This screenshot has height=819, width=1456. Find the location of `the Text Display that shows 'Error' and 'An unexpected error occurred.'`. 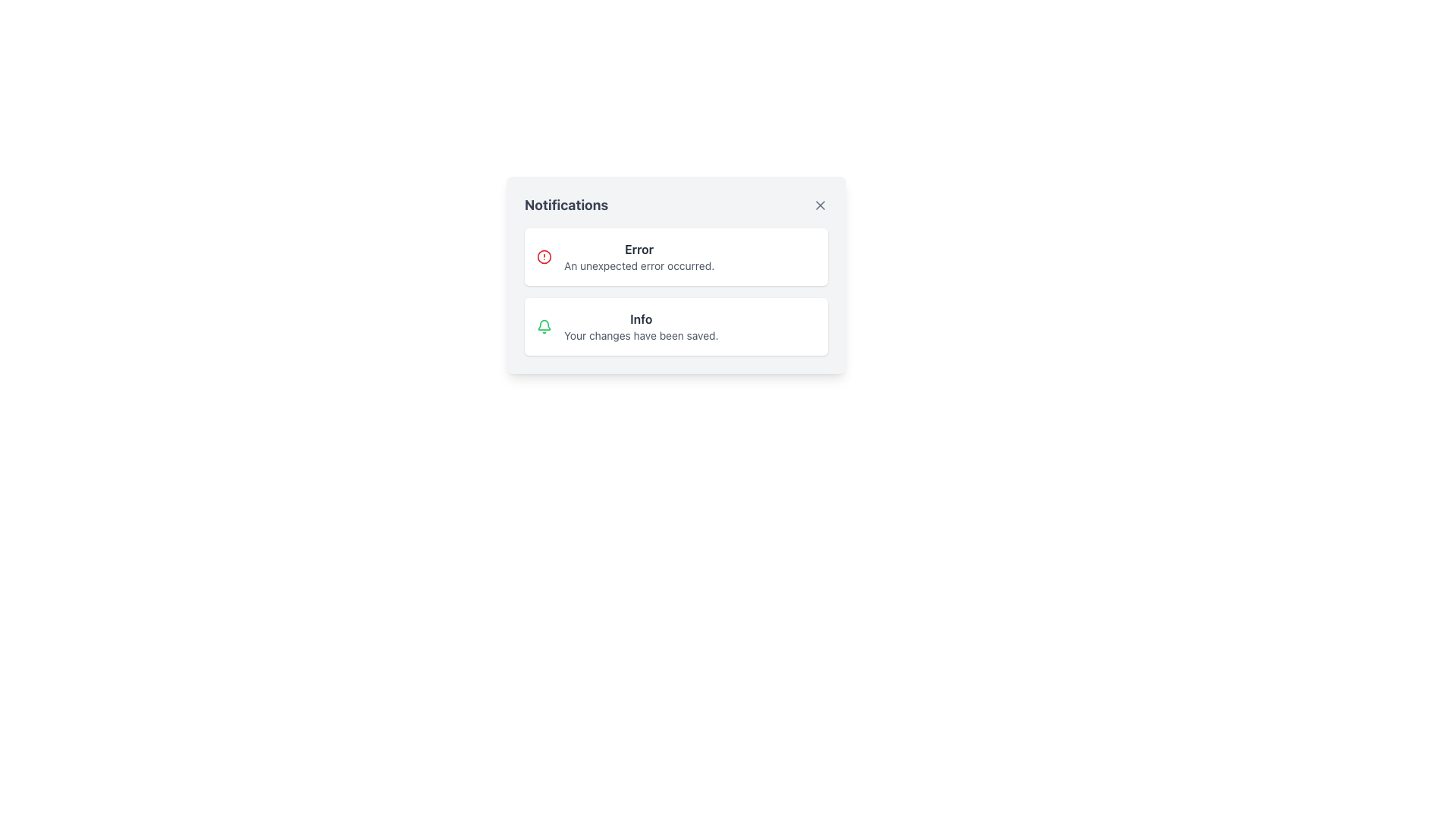

the Text Display that shows 'Error' and 'An unexpected error occurred.' is located at coordinates (639, 256).